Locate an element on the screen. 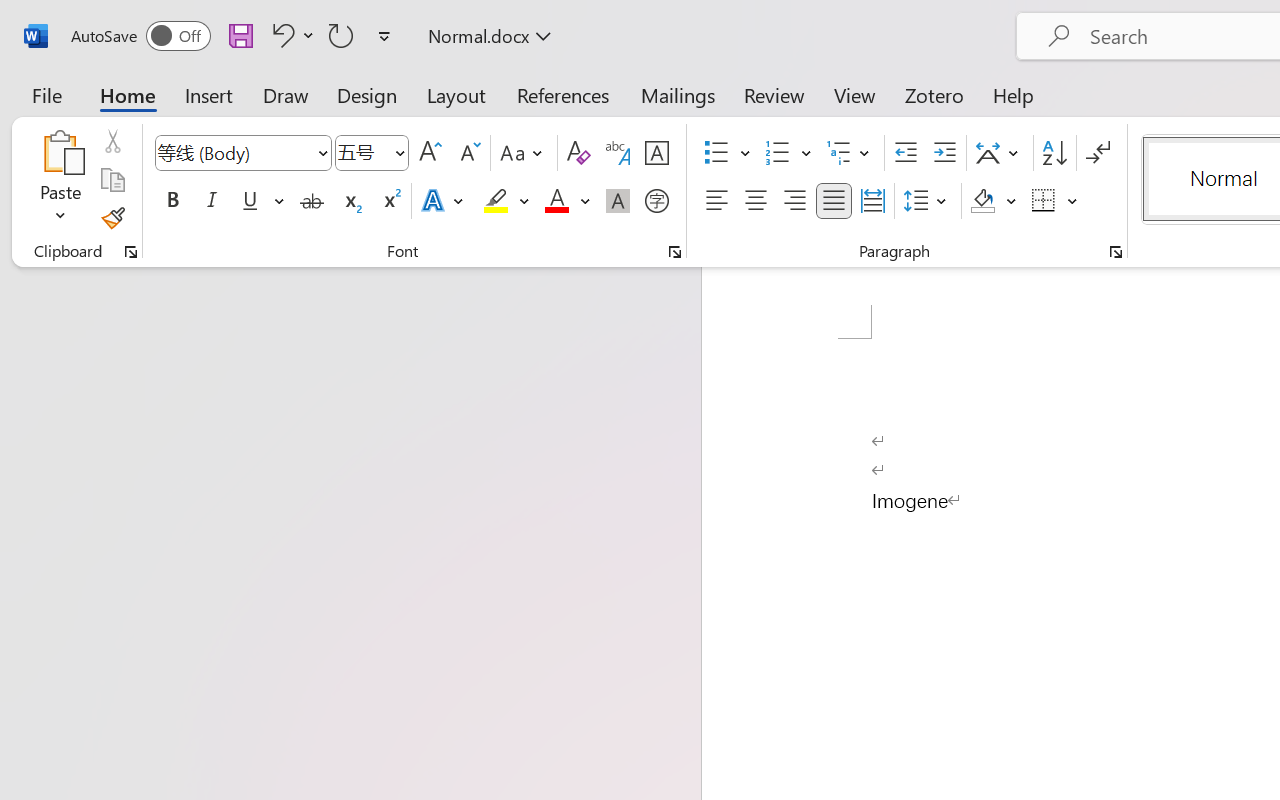 Image resolution: width=1280 pixels, height=800 pixels. 'Align Right' is located at coordinates (793, 201).